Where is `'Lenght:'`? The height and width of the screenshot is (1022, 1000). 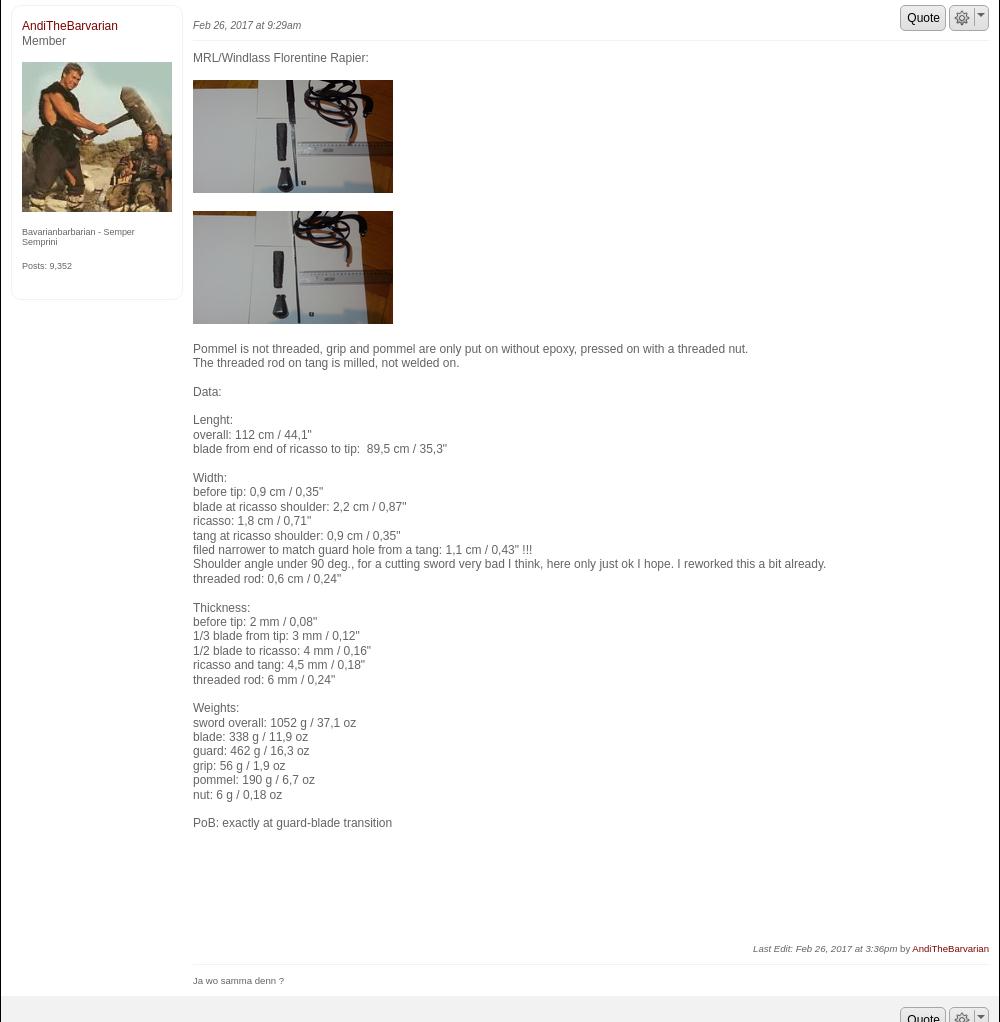 'Lenght:' is located at coordinates (212, 420).